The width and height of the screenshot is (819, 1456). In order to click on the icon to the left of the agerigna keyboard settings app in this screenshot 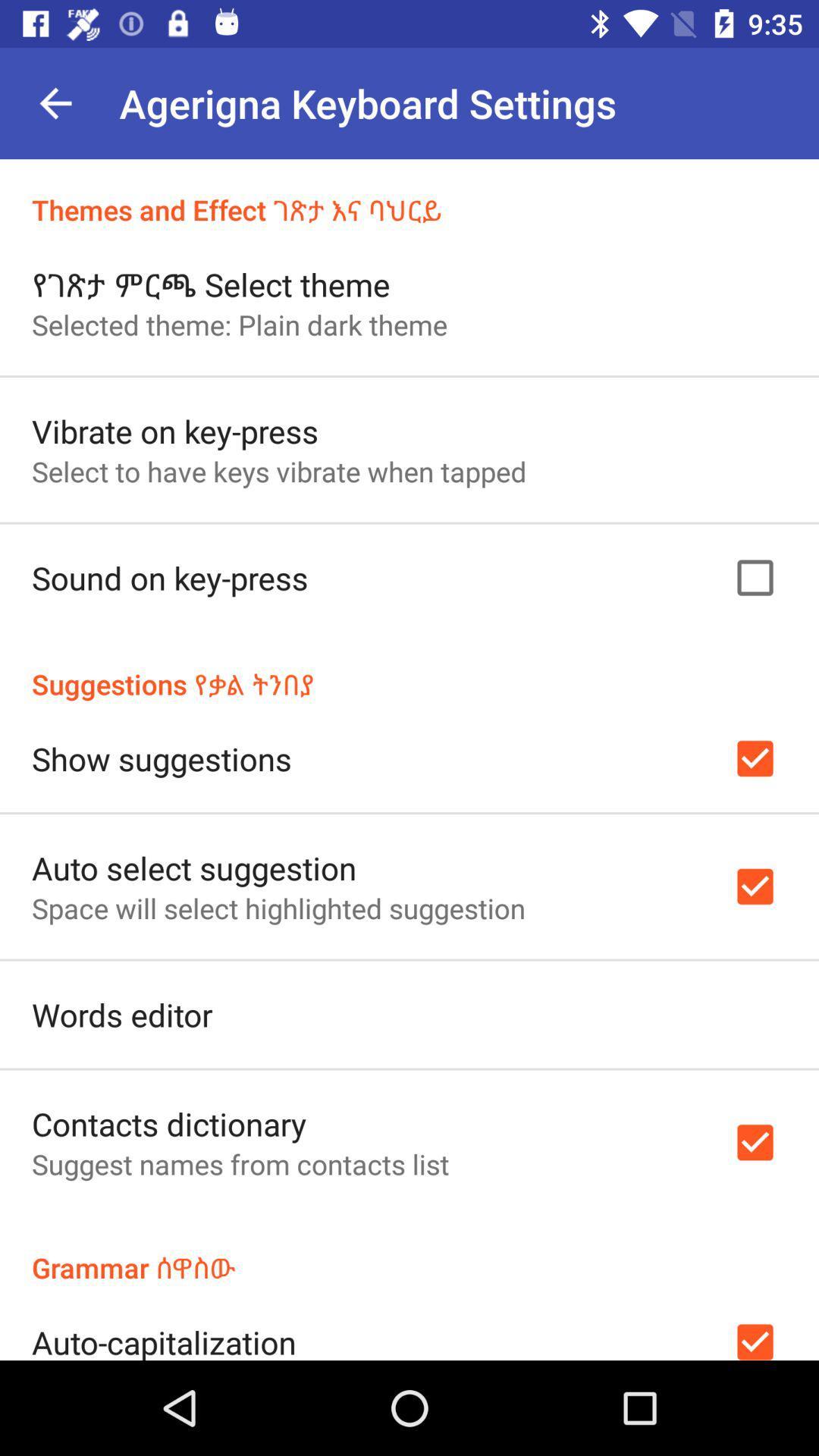, I will do `click(55, 102)`.